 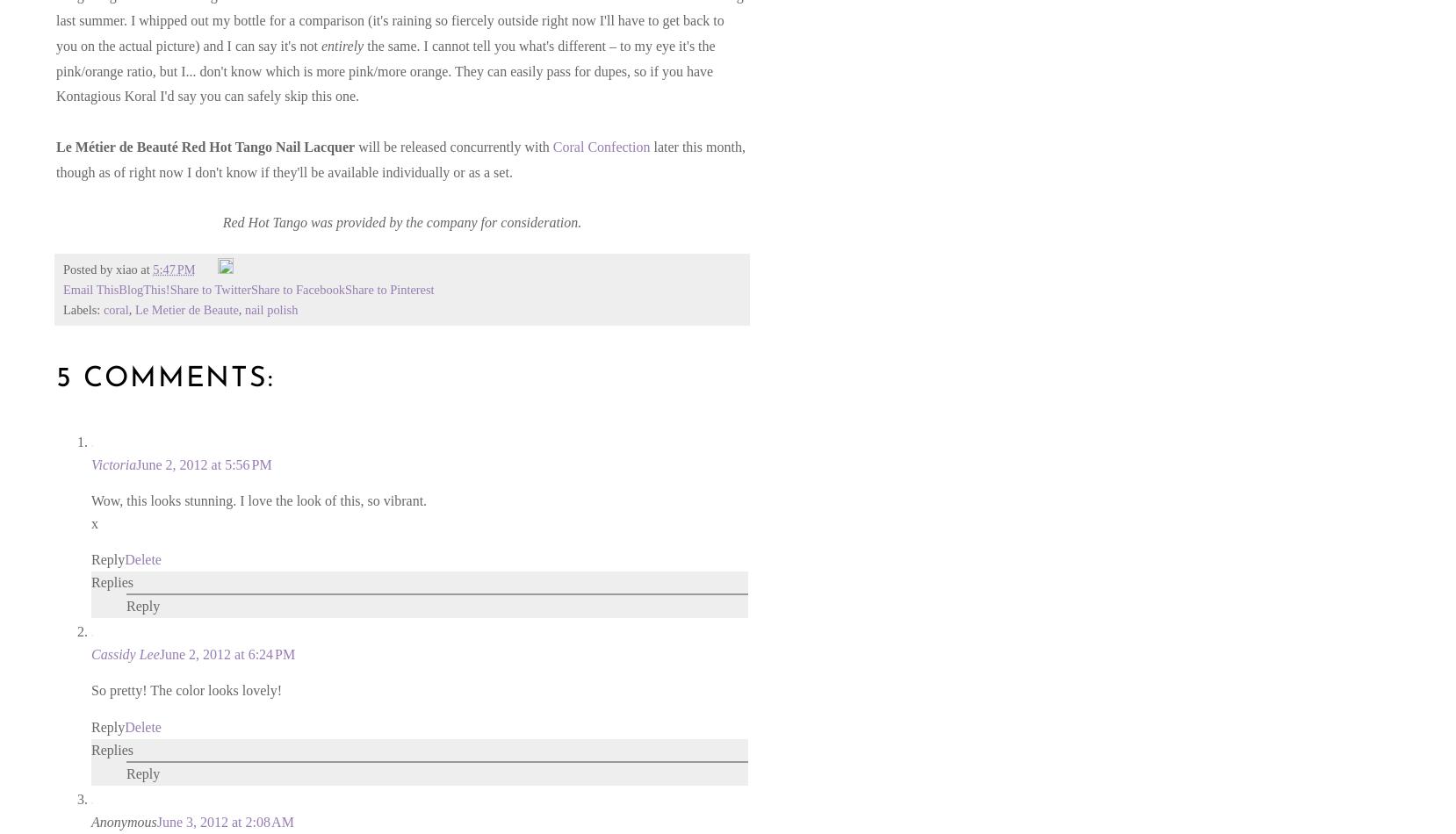 I want to click on '5:47 PM', so click(x=173, y=269).